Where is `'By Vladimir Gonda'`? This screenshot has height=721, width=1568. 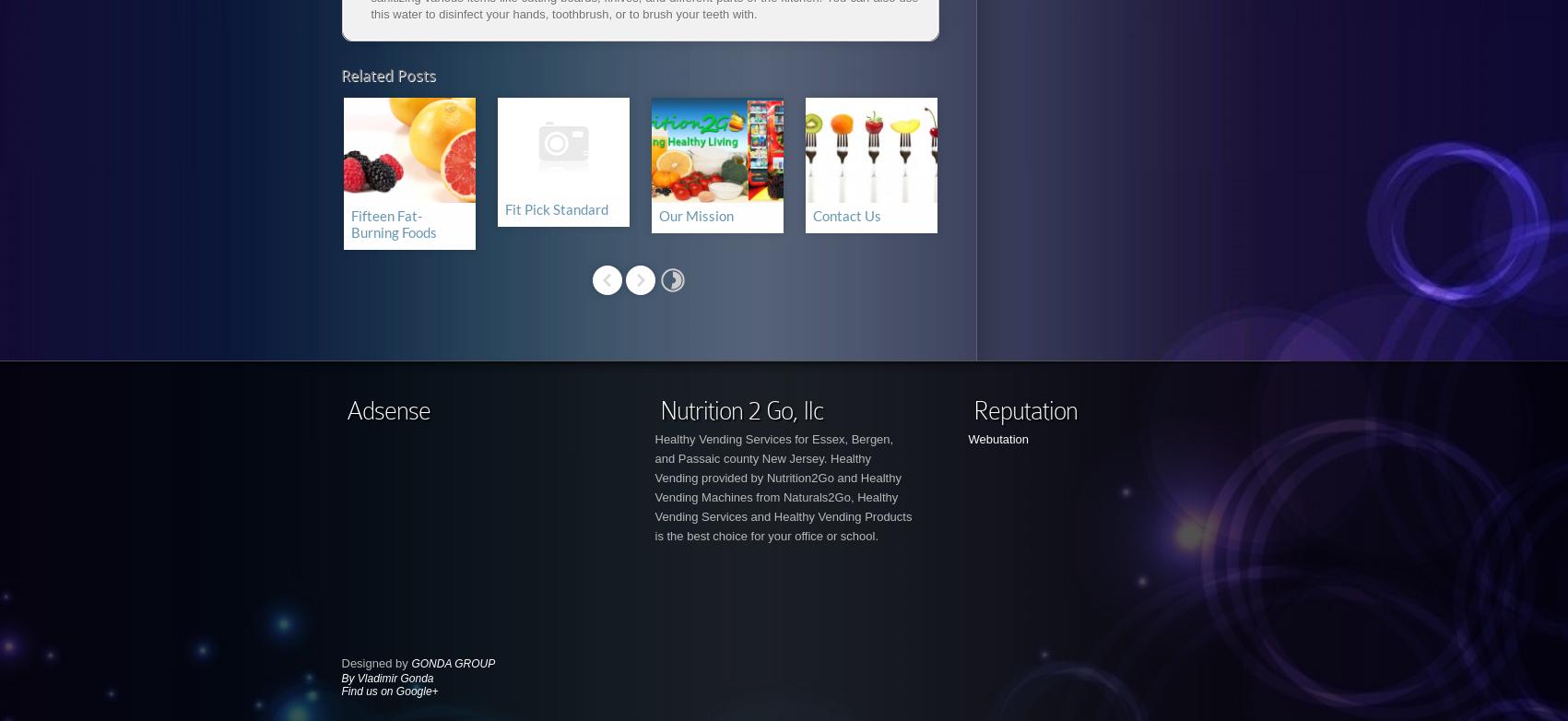
'By Vladimir Gonda' is located at coordinates (385, 678).